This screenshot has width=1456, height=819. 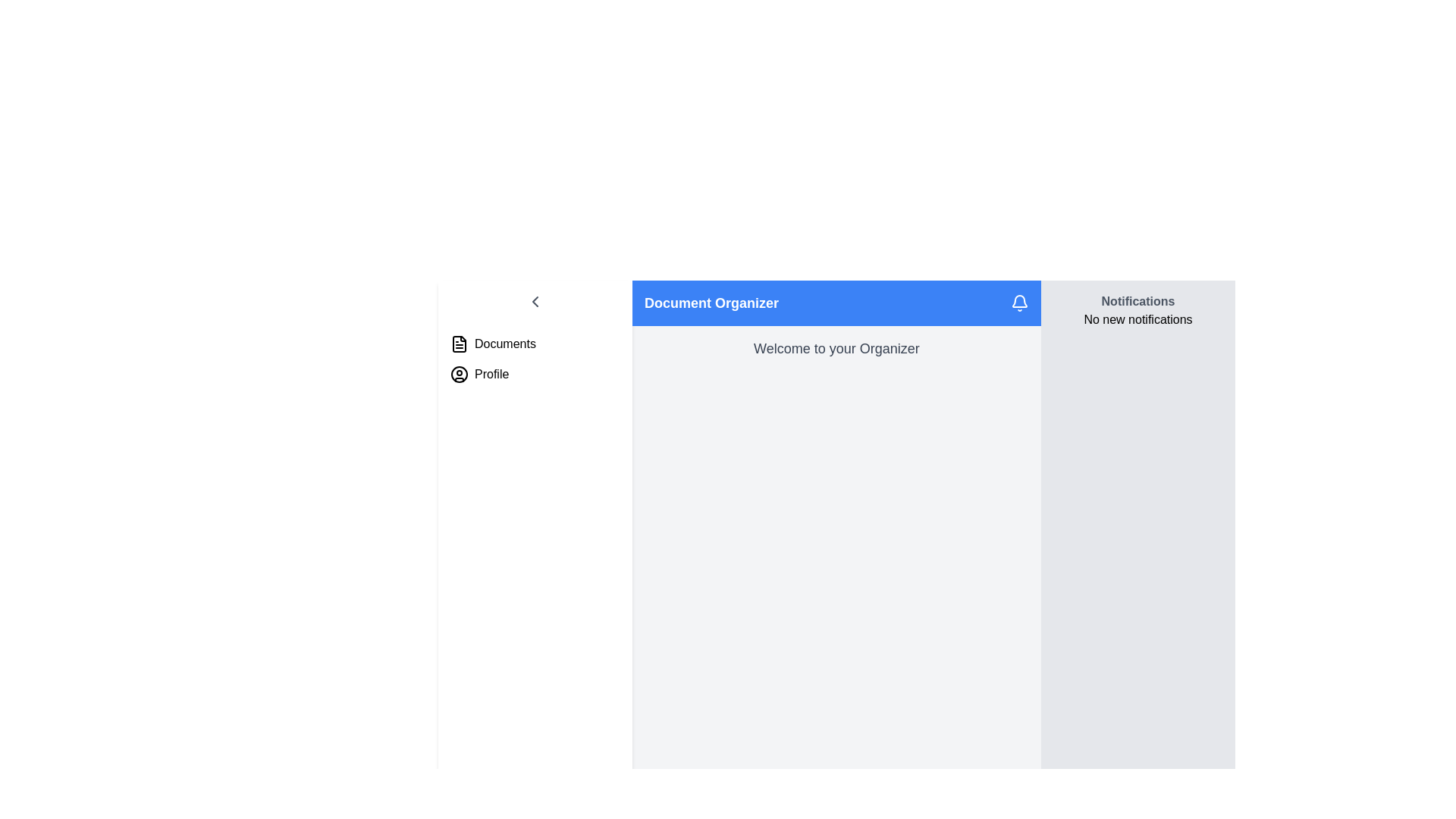 What do you see at coordinates (535, 374) in the screenshot?
I see `the 'Profile' menu item to navigate to the profile section` at bounding box center [535, 374].